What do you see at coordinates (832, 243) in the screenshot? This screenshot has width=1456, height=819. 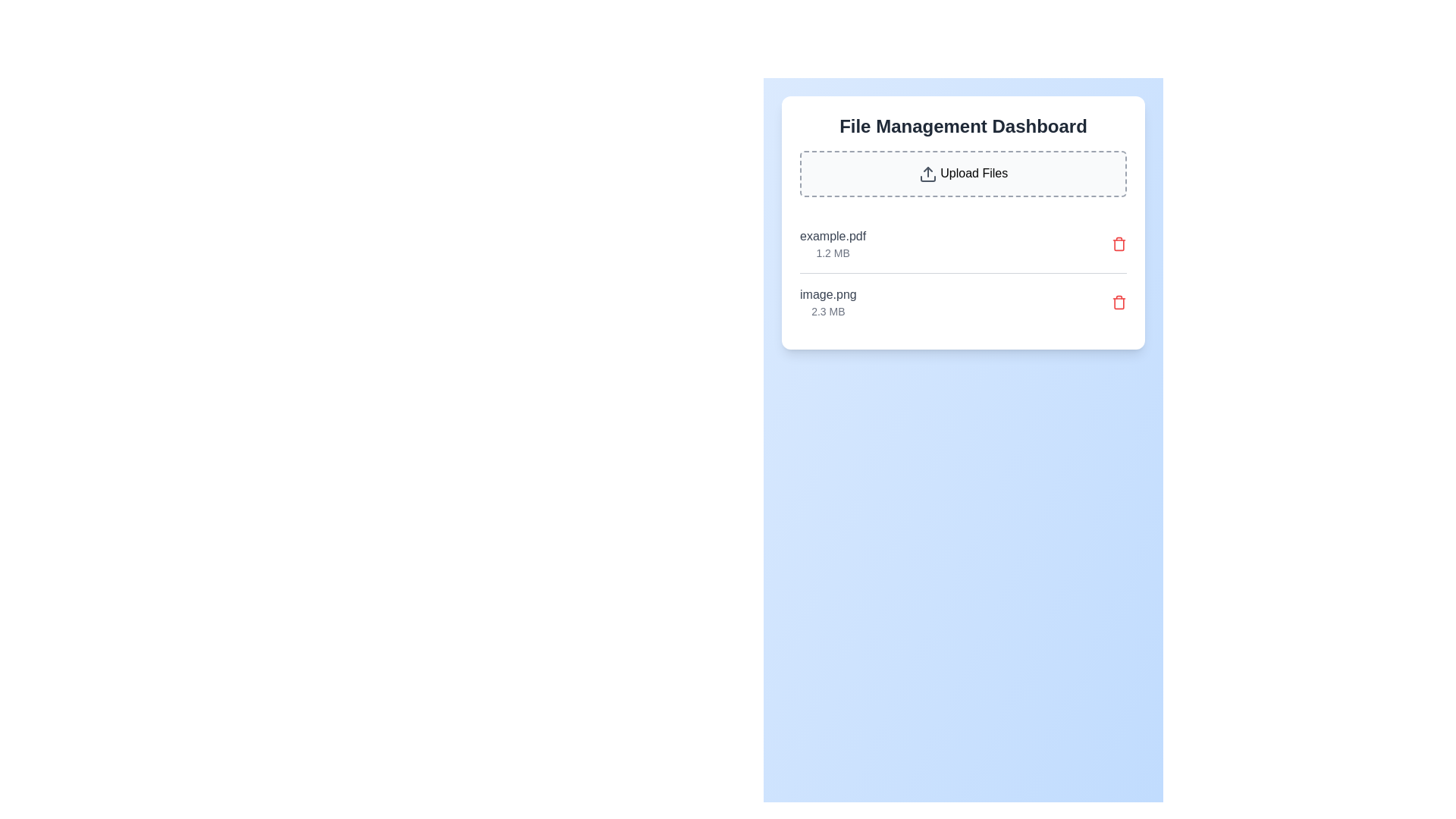 I see `the text display component that shows the file name and size, located under the 'File Management Dashboard' header` at bounding box center [832, 243].